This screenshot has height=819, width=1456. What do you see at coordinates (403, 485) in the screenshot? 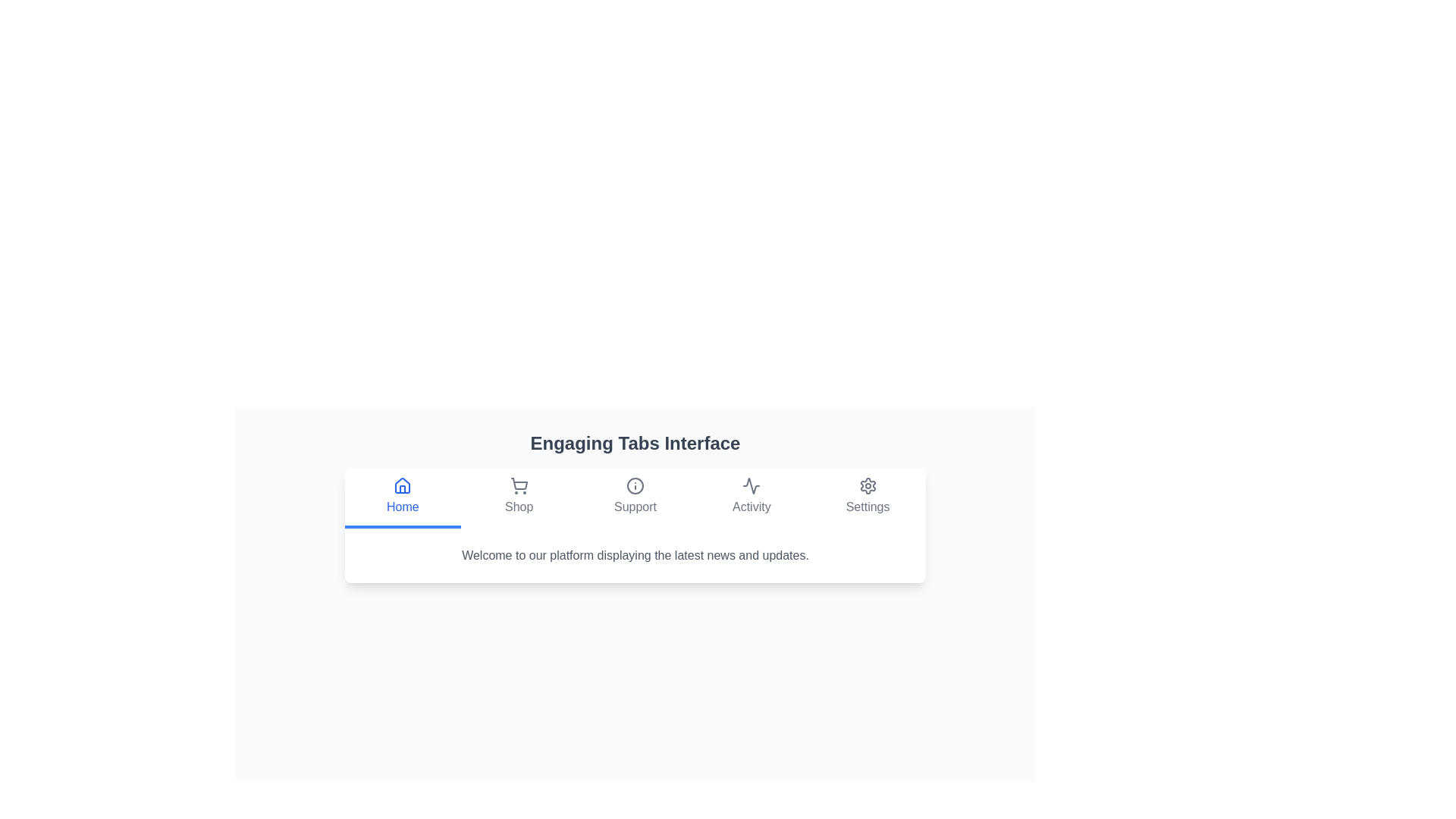
I see `the 'Home' icon located at the top-left corner of the navigation bar, which symbolizes the main dashboard of the interface` at bounding box center [403, 485].